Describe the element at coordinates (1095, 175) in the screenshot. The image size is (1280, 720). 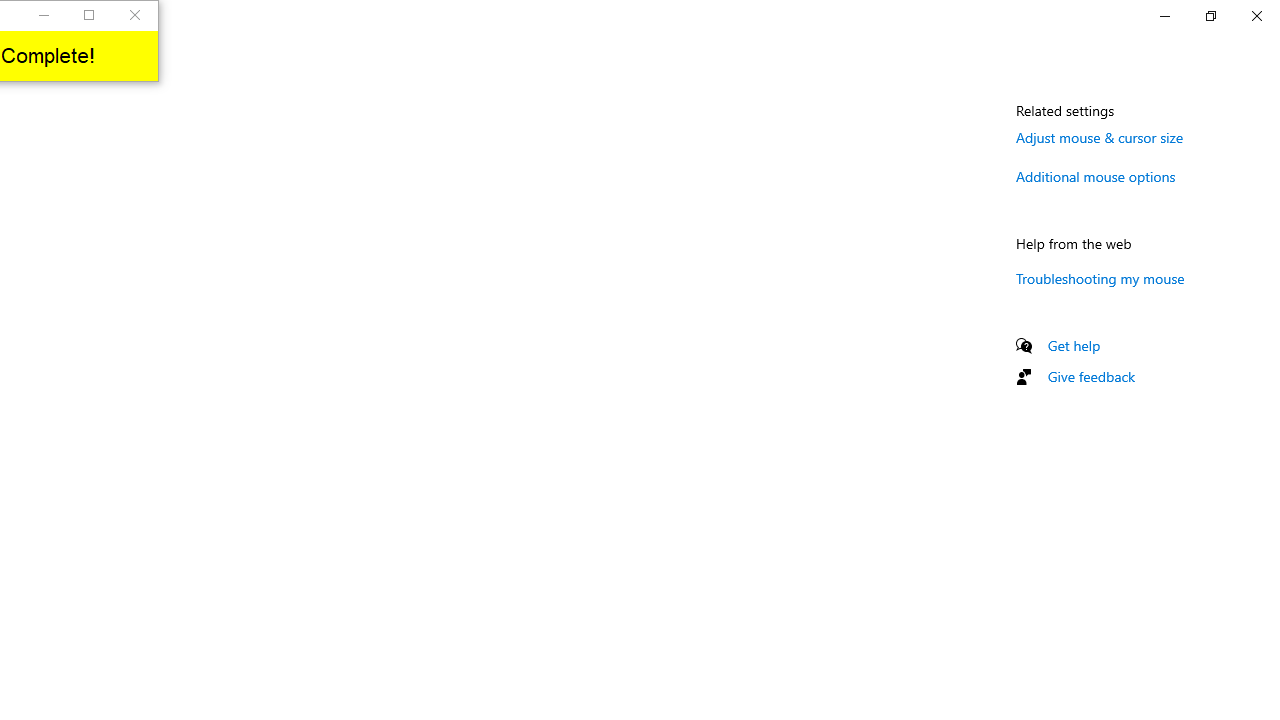
I see `'Additional mouse options'` at that location.